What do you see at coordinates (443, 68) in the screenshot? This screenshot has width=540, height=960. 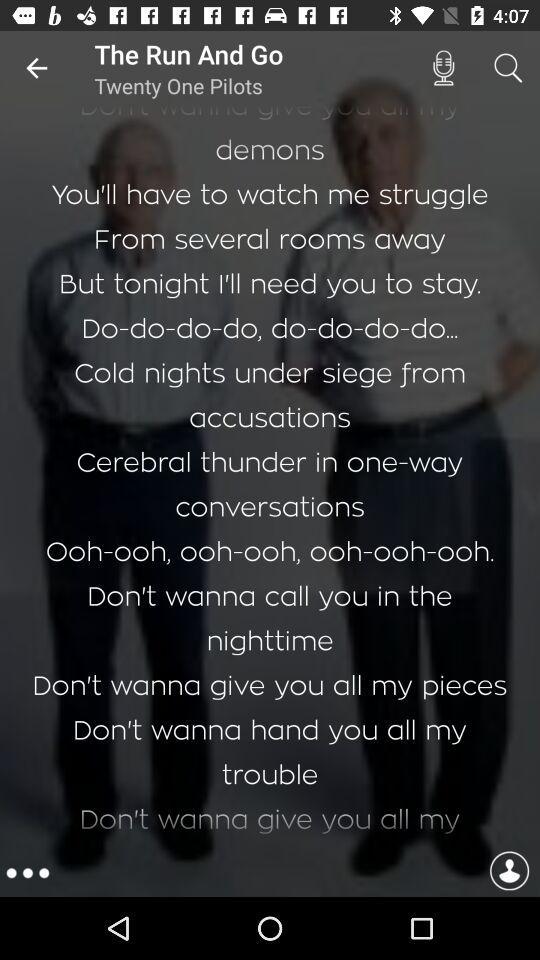 I see `item to the right of the run and item` at bounding box center [443, 68].